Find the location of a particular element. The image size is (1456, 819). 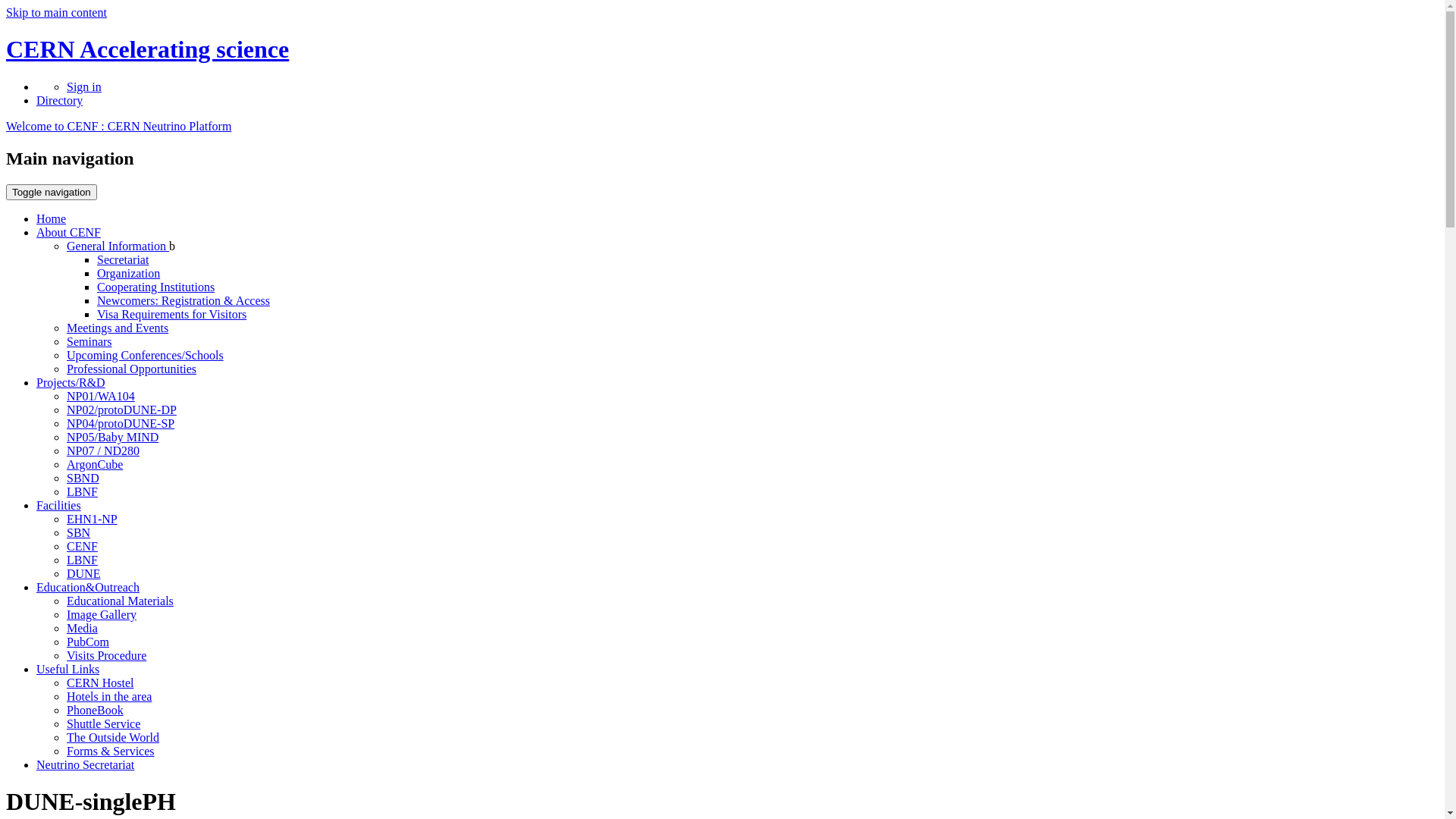

'The Outside World' is located at coordinates (111, 736).